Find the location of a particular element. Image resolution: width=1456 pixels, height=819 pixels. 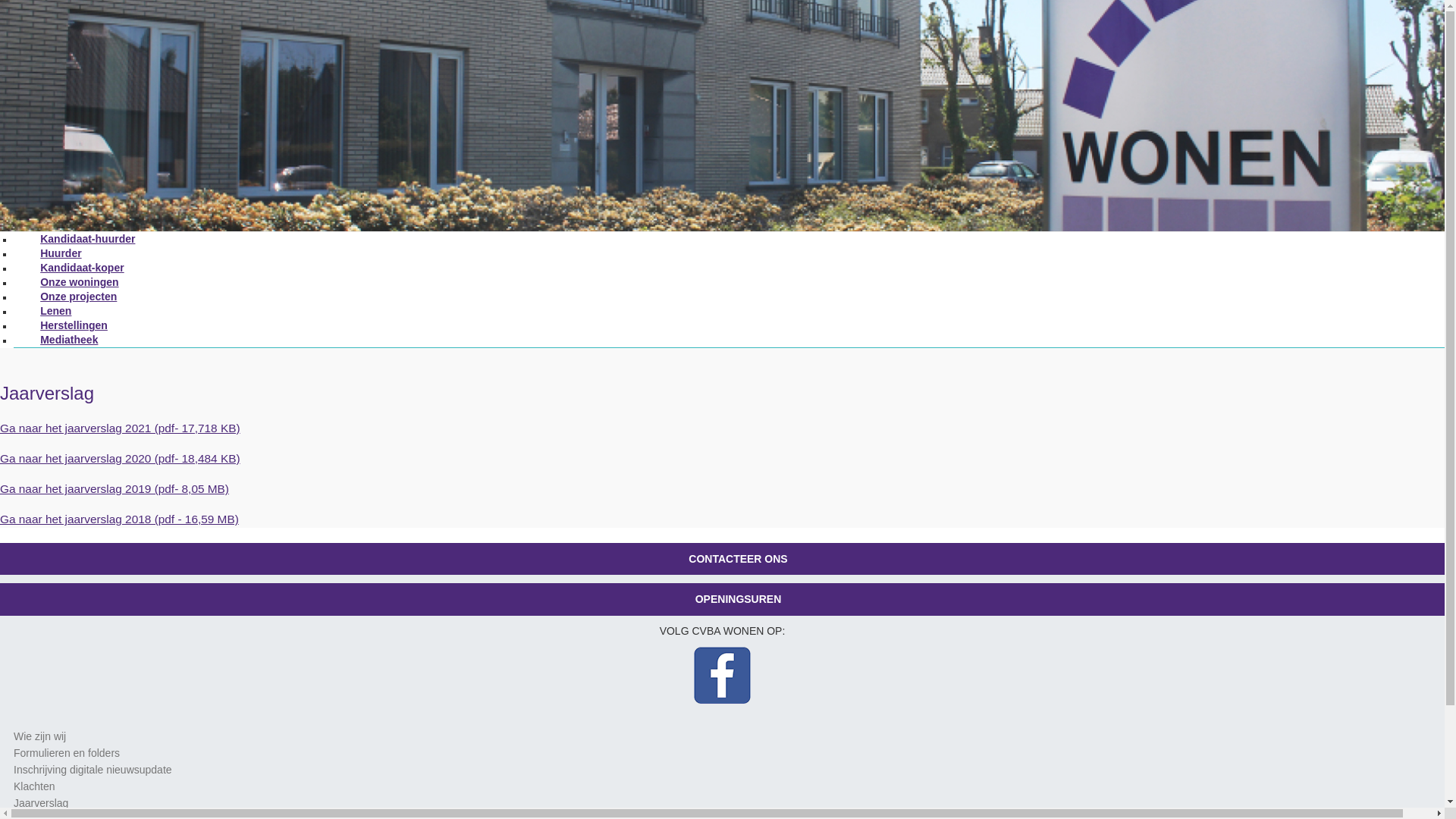

'Klachten' is located at coordinates (33, 786).